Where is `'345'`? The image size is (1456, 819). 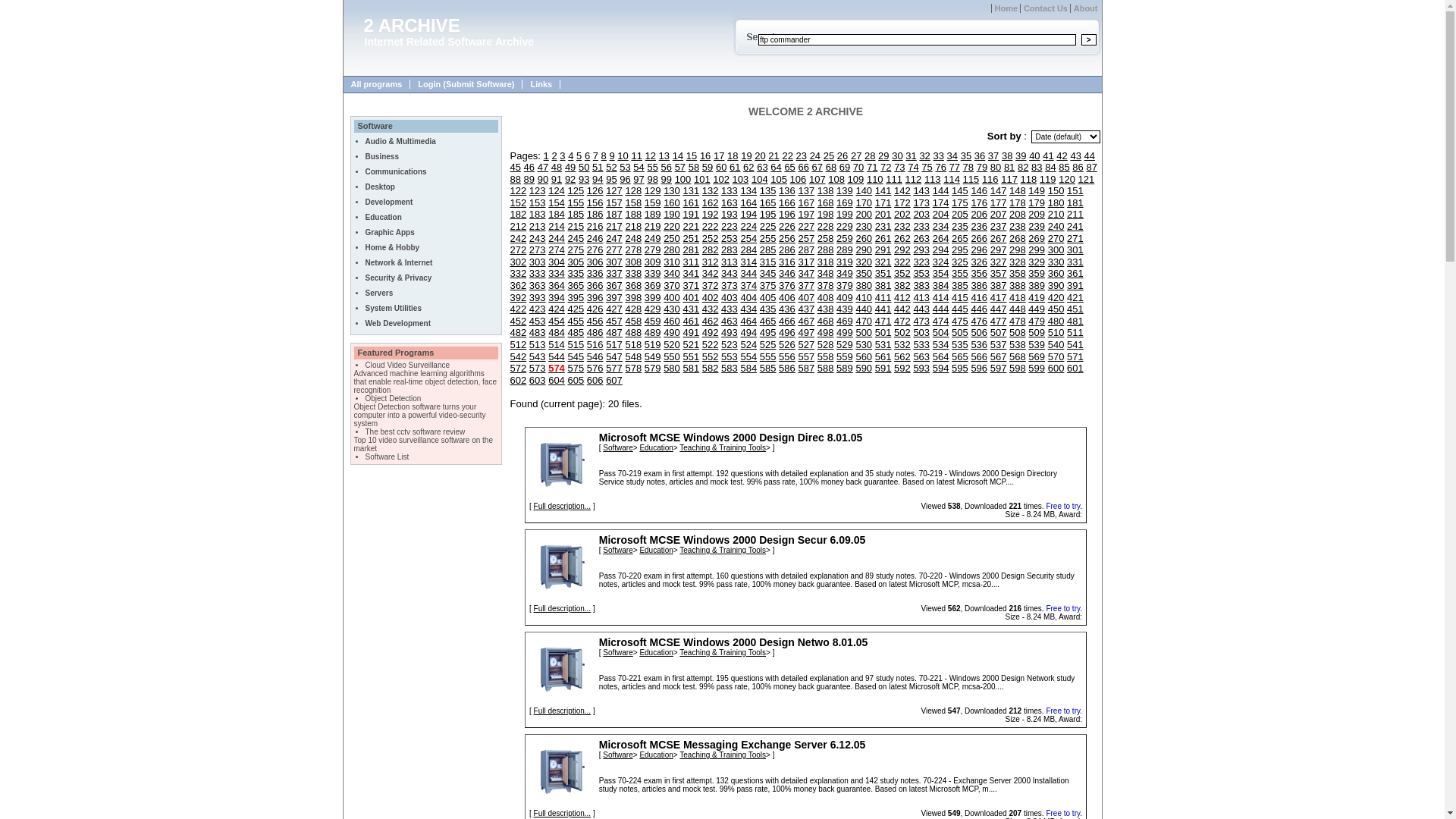 '345' is located at coordinates (760, 273).